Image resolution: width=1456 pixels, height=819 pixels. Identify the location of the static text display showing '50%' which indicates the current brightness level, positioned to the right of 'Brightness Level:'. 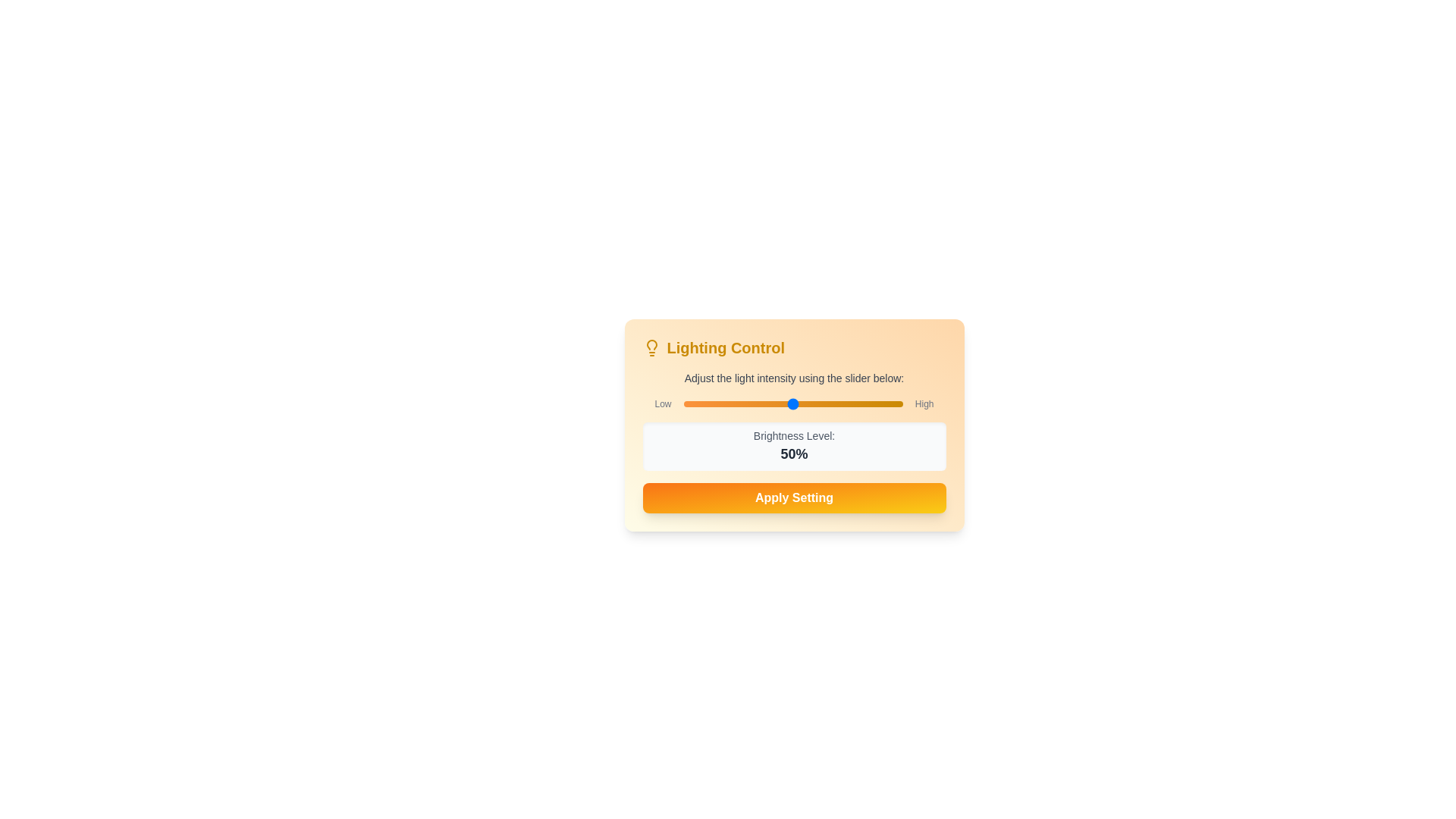
(793, 453).